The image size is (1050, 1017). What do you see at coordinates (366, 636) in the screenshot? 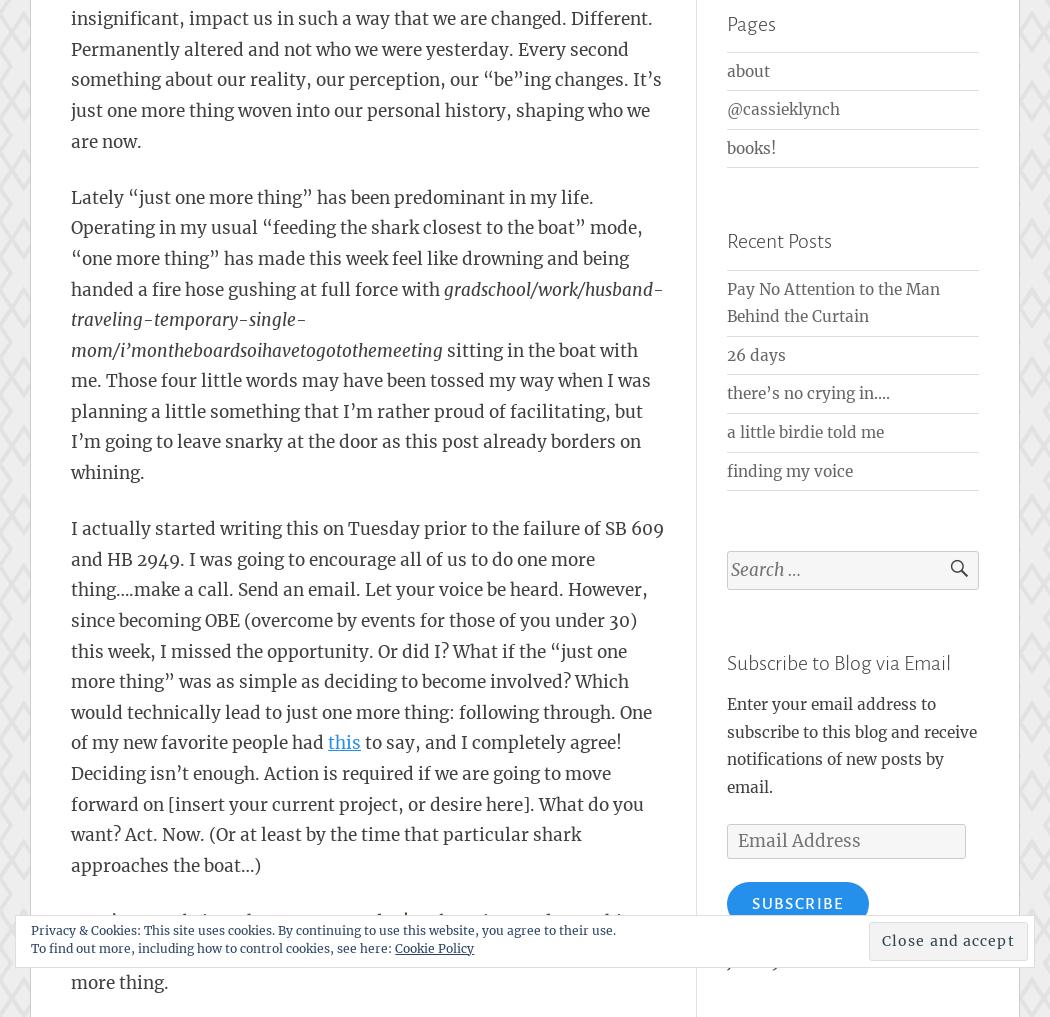
I see `'I actually started writing this on Tuesday prior to the failure of SB 609 and HB 2949. I was going to encourage all of us to do one more thing….make a call. Send an email. Let your voice be heard. However, since becoming OBE (overcome by events for those of you under 30) this week, I missed the opportunity. Or did I? What if the “just one more thing” was as simple as deciding to become involved? Which would technically lead to just one more thing: following through. One of my new favorite people had'` at bounding box center [366, 636].